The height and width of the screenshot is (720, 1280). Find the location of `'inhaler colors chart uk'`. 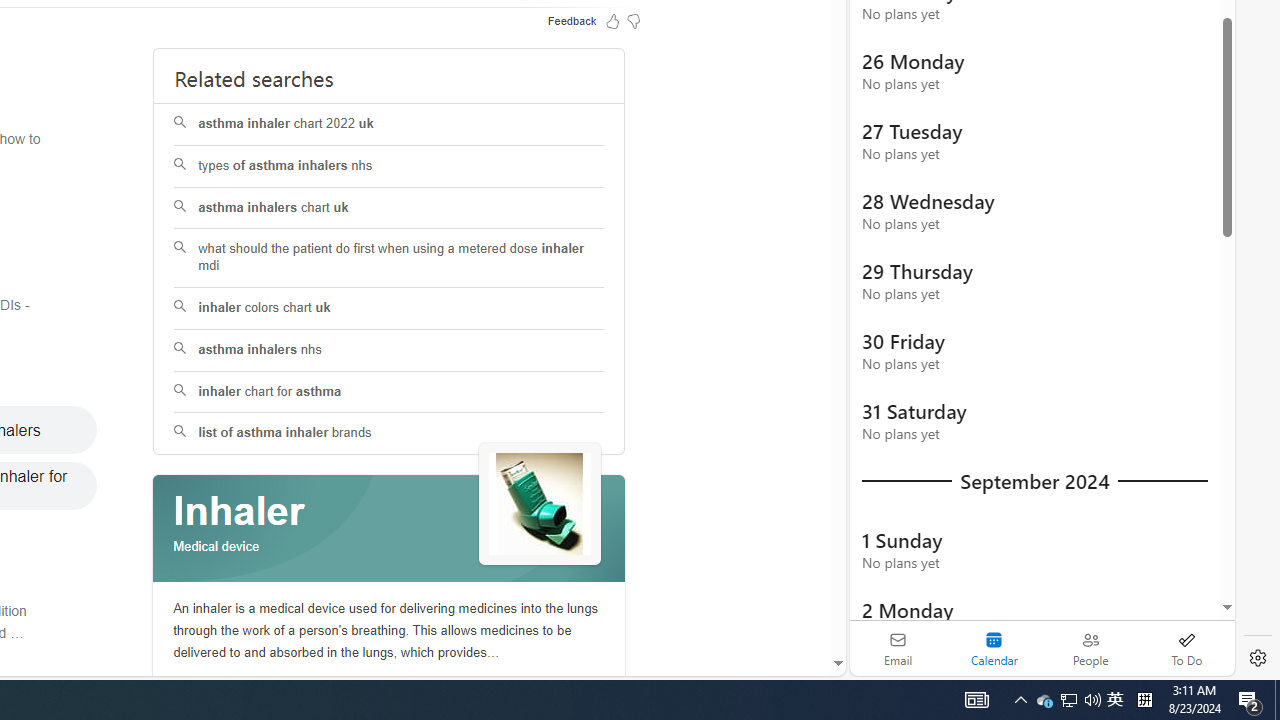

'inhaler colors chart uk' is located at coordinates (389, 308).